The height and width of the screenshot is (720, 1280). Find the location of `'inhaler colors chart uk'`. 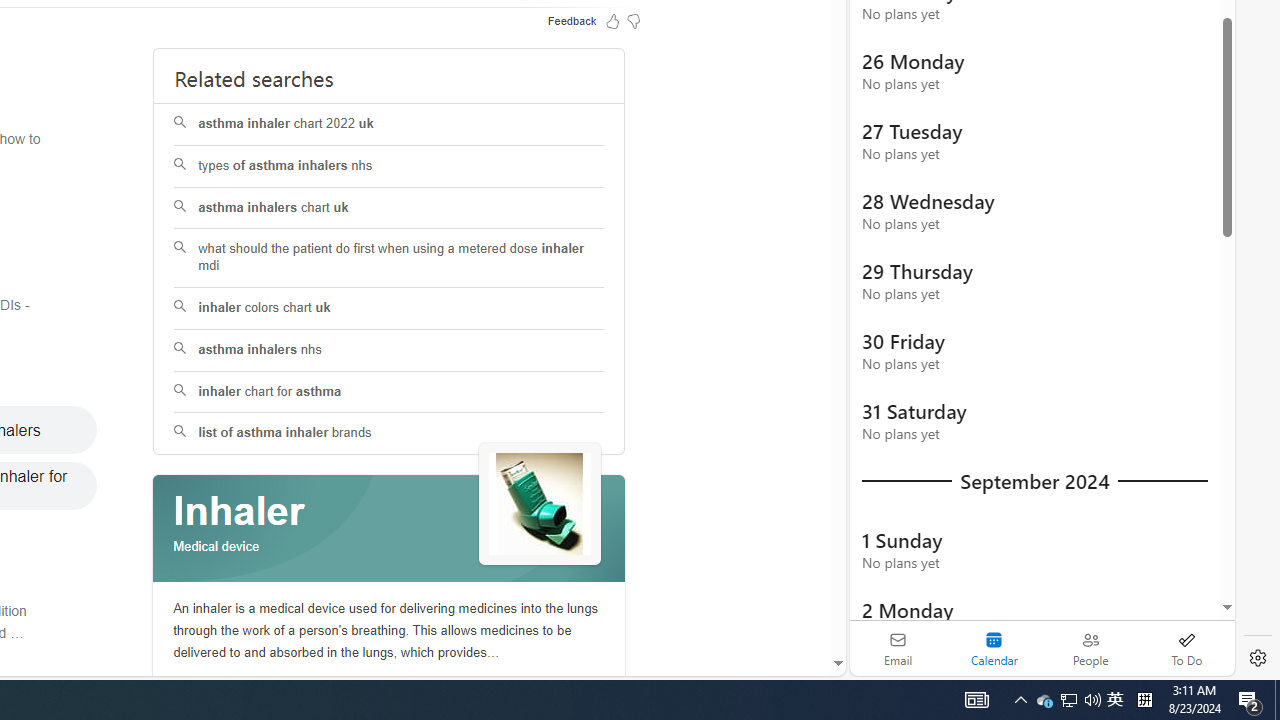

'inhaler colors chart uk' is located at coordinates (389, 308).